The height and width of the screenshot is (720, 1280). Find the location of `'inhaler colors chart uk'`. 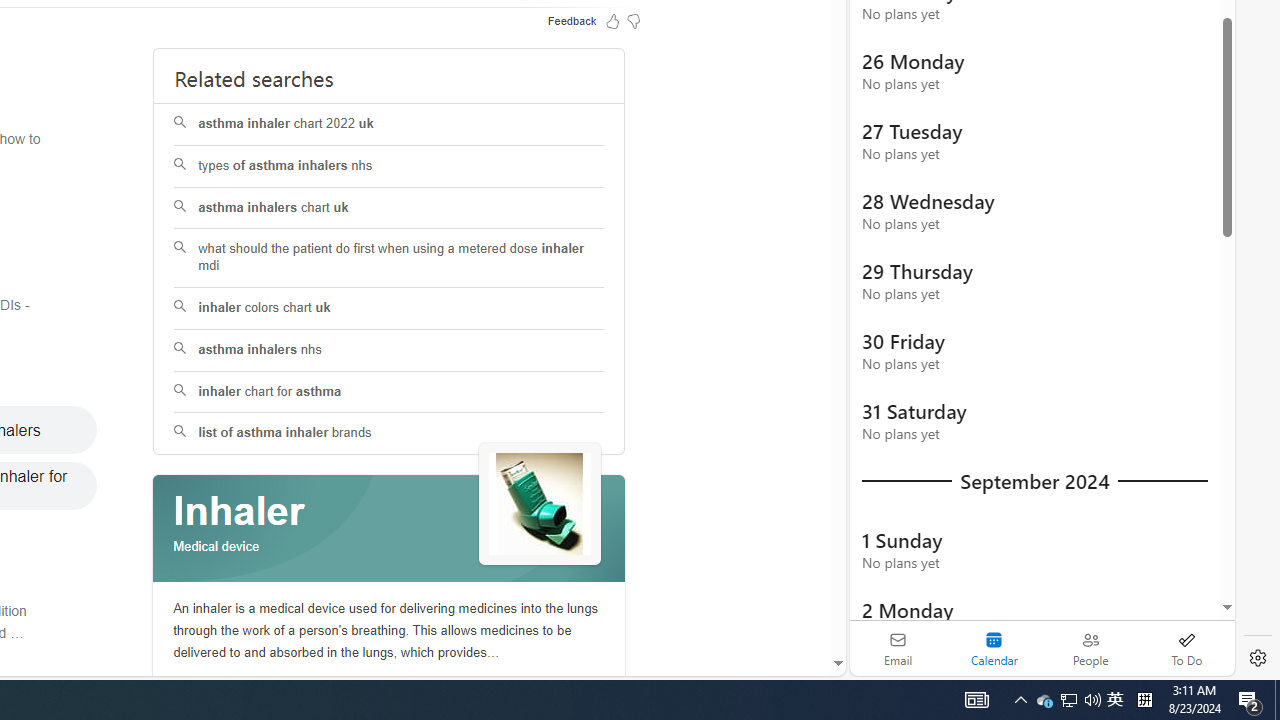

'inhaler colors chart uk' is located at coordinates (389, 308).